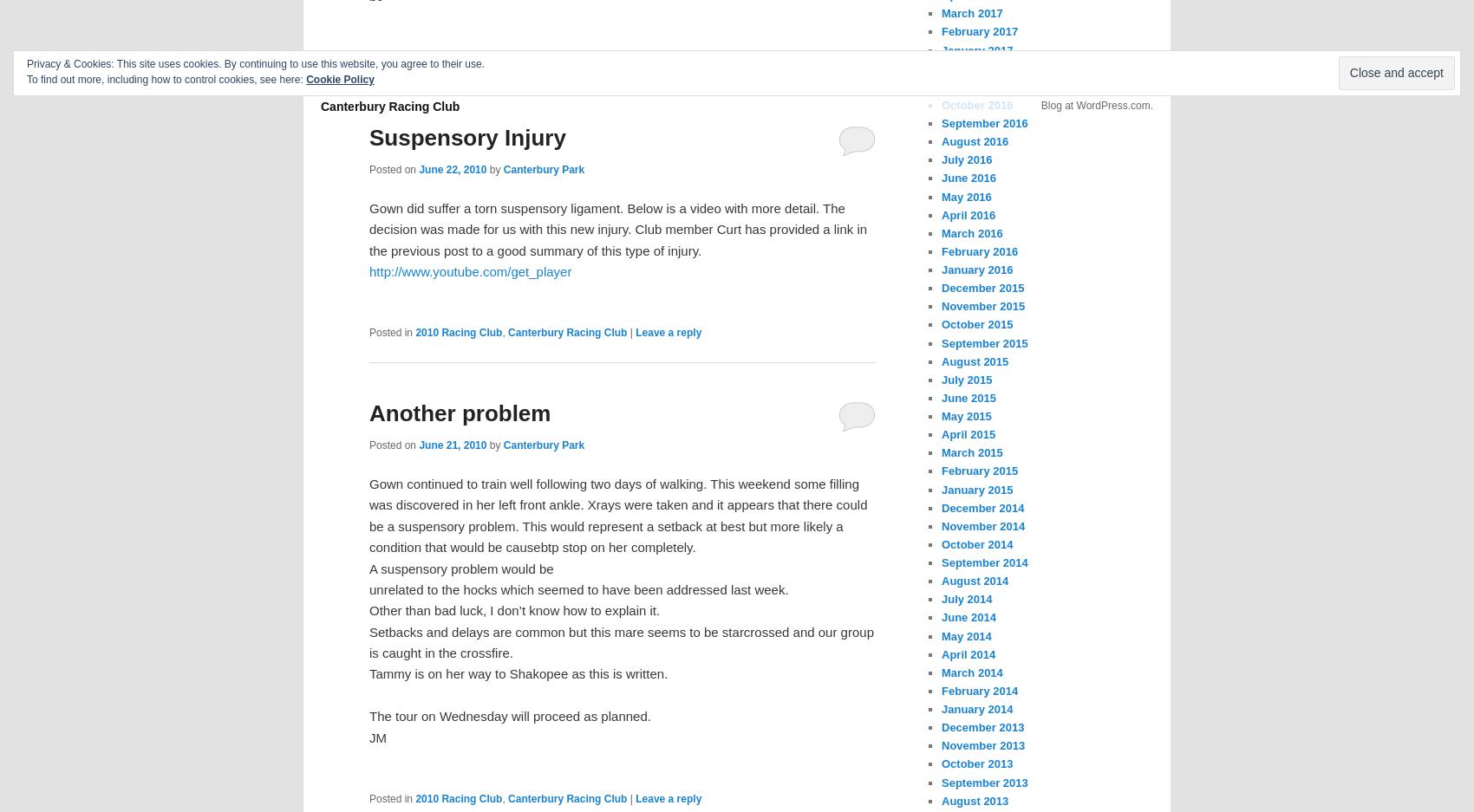  Describe the element at coordinates (460, 567) in the screenshot. I see `'A suspensory problem would be'` at that location.